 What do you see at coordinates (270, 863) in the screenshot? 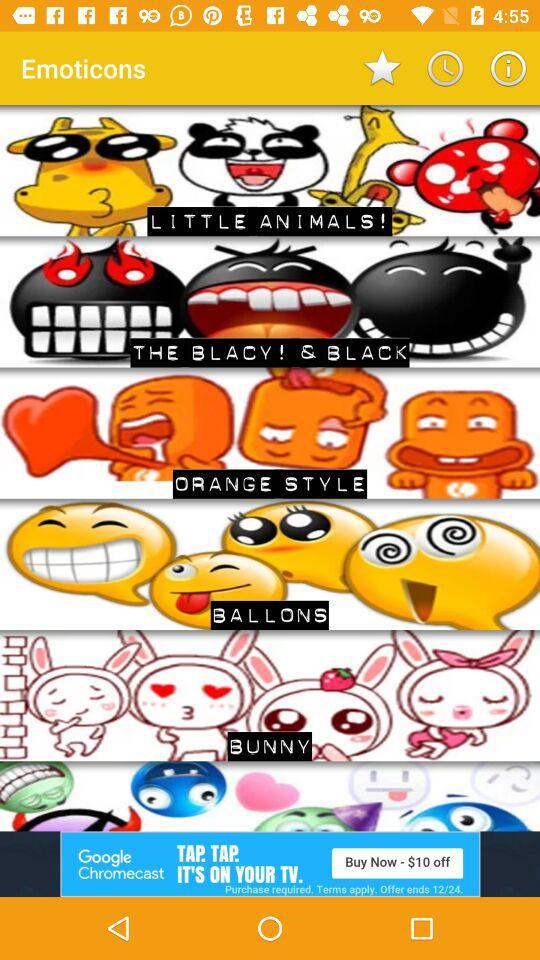
I see `buy` at bounding box center [270, 863].